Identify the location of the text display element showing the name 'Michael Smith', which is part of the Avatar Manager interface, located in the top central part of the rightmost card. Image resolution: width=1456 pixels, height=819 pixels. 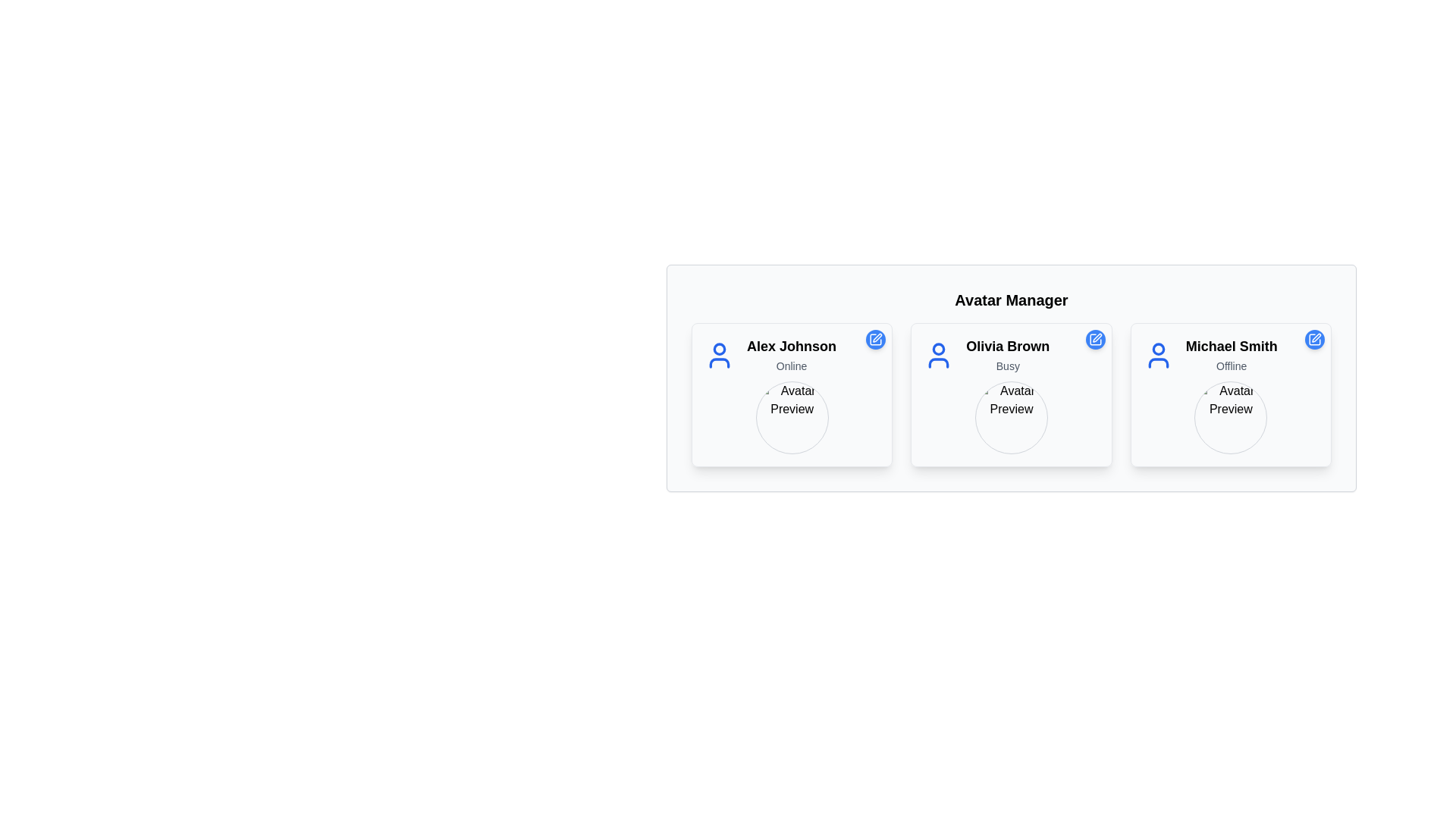
(1232, 346).